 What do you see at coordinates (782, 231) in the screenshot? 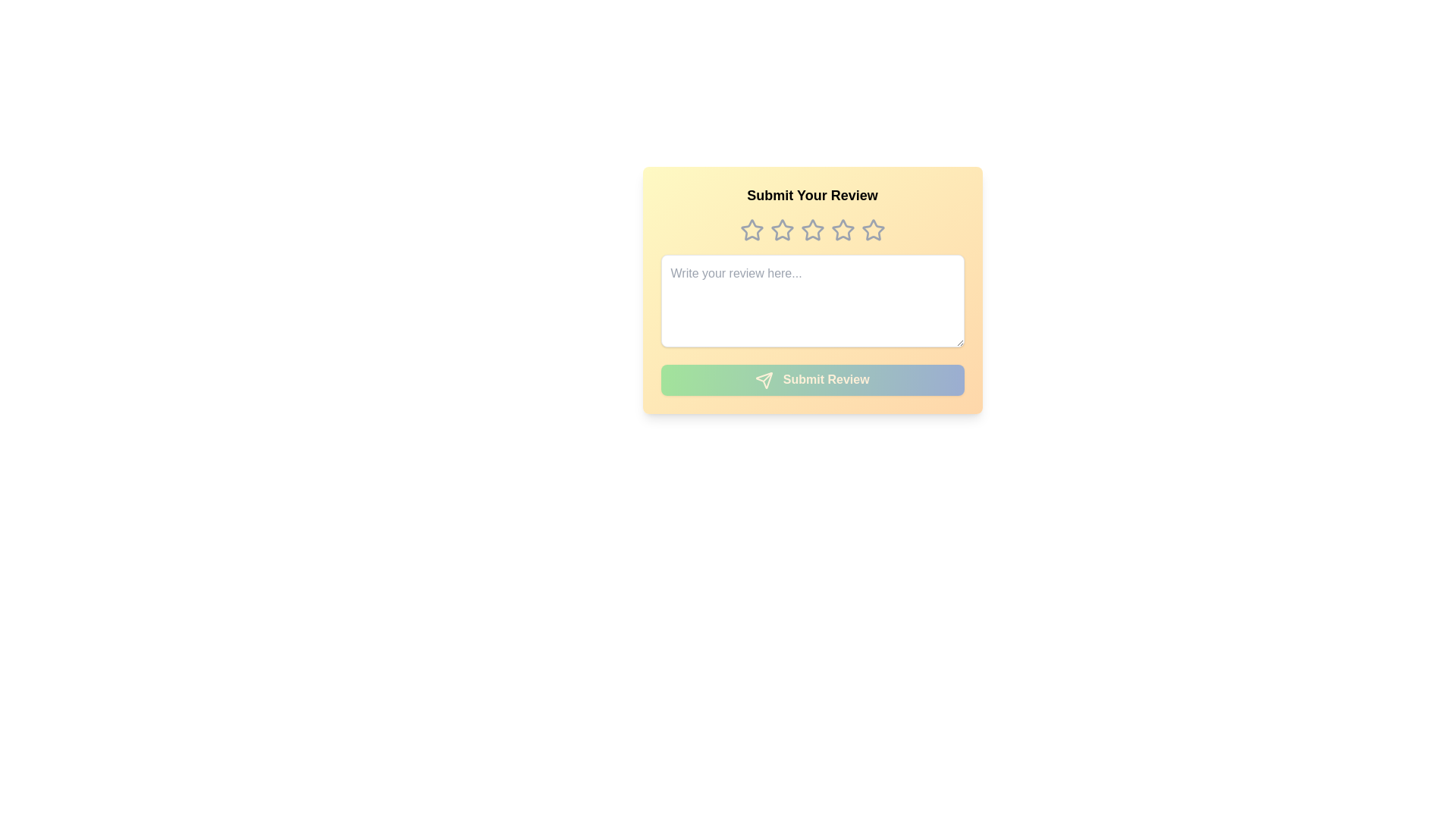
I see `the third star icon in the five-star rating system` at bounding box center [782, 231].